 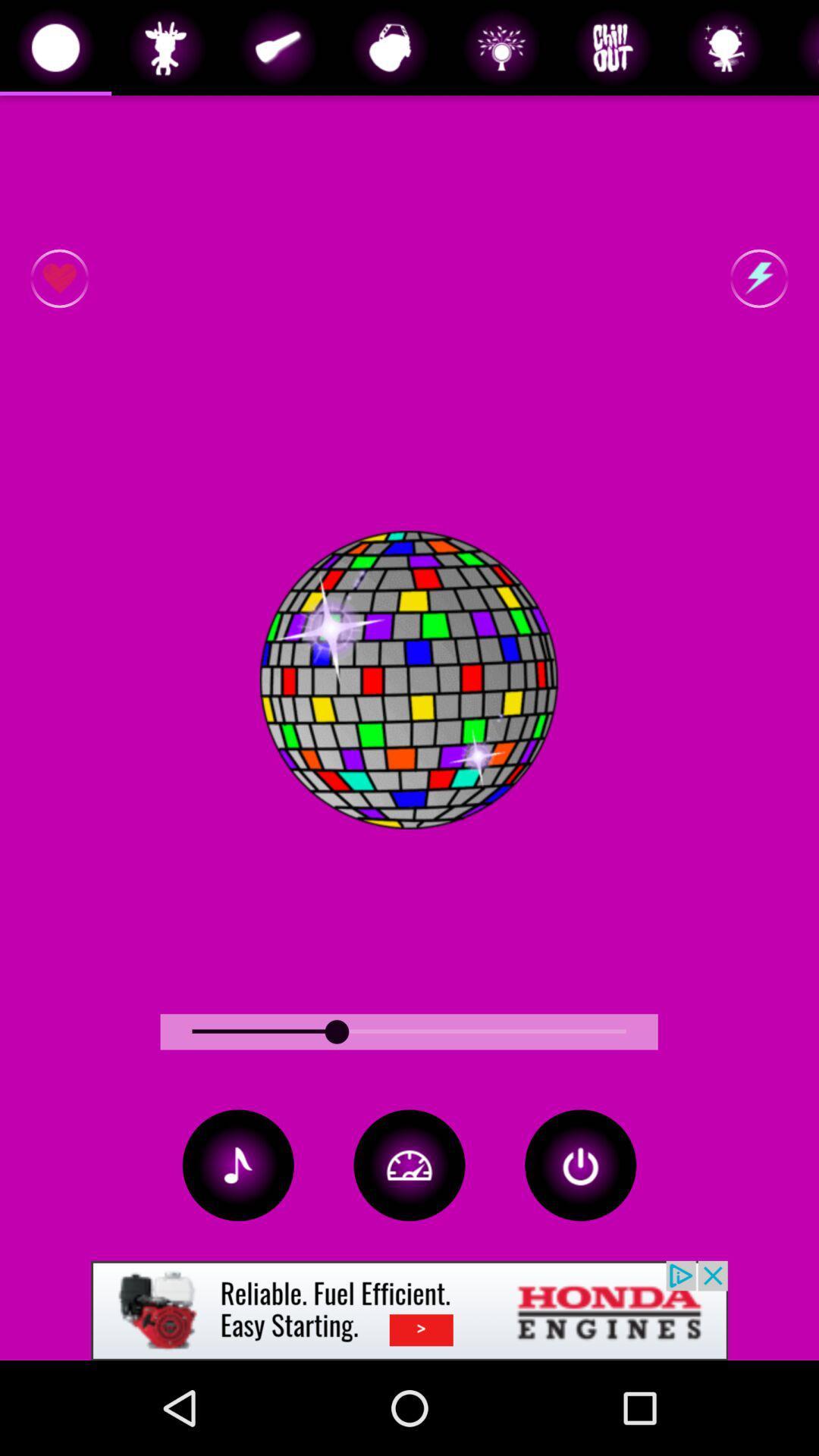 What do you see at coordinates (409, 1310) in the screenshot?
I see `advertisements image` at bounding box center [409, 1310].